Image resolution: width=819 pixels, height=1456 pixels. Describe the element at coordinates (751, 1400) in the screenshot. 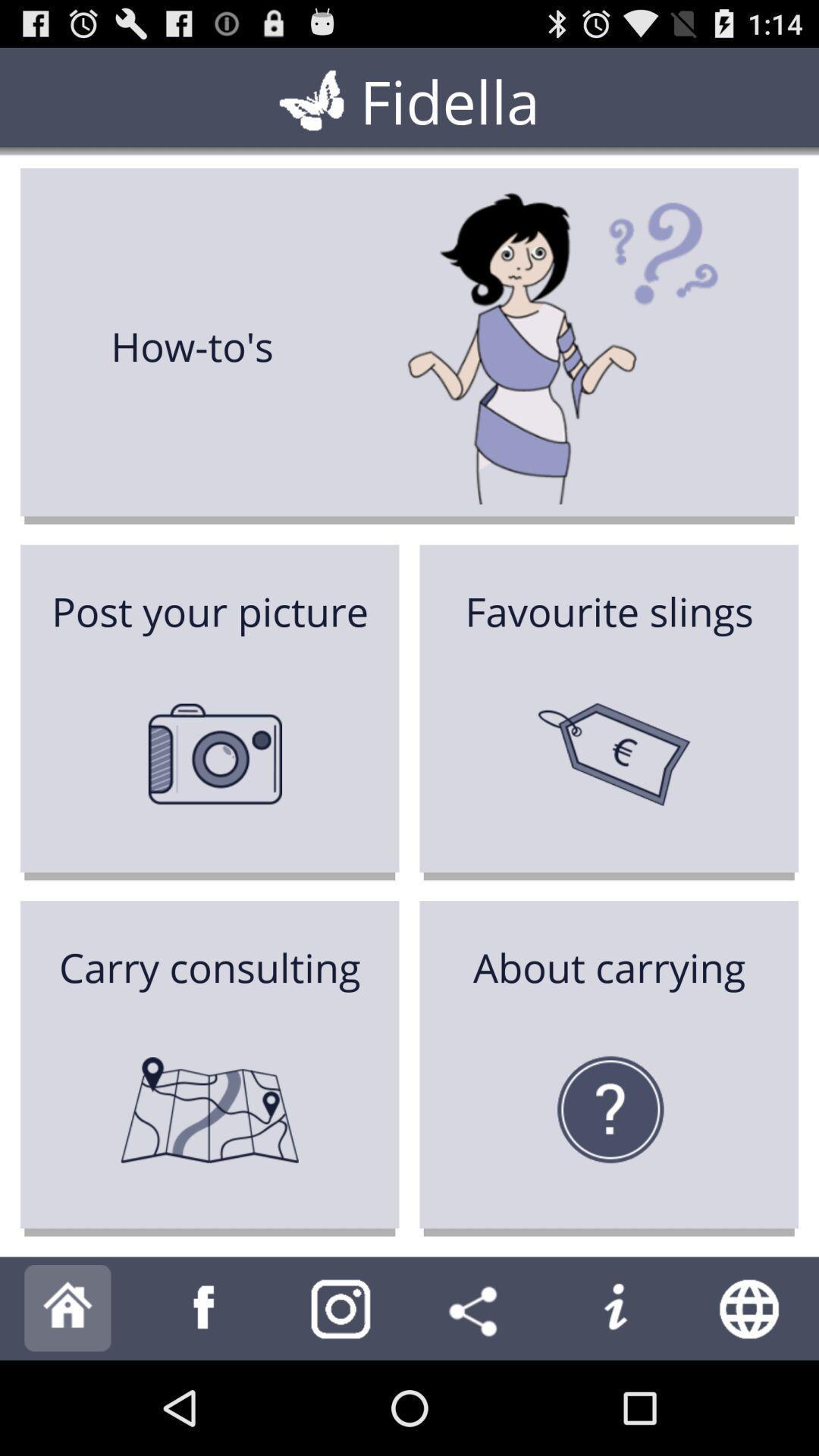

I see `the globe icon` at that location.